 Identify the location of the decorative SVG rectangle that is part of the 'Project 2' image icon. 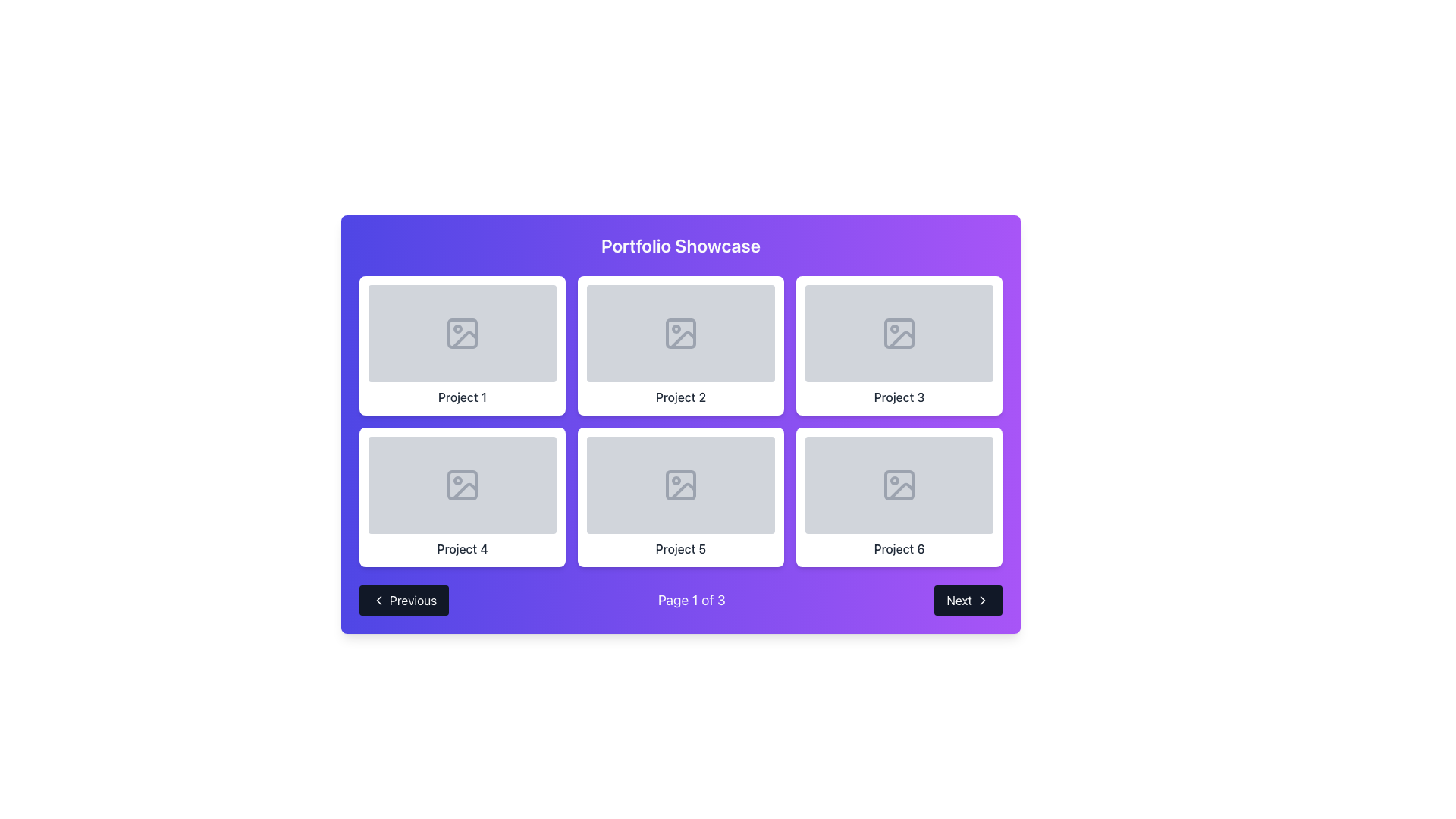
(679, 332).